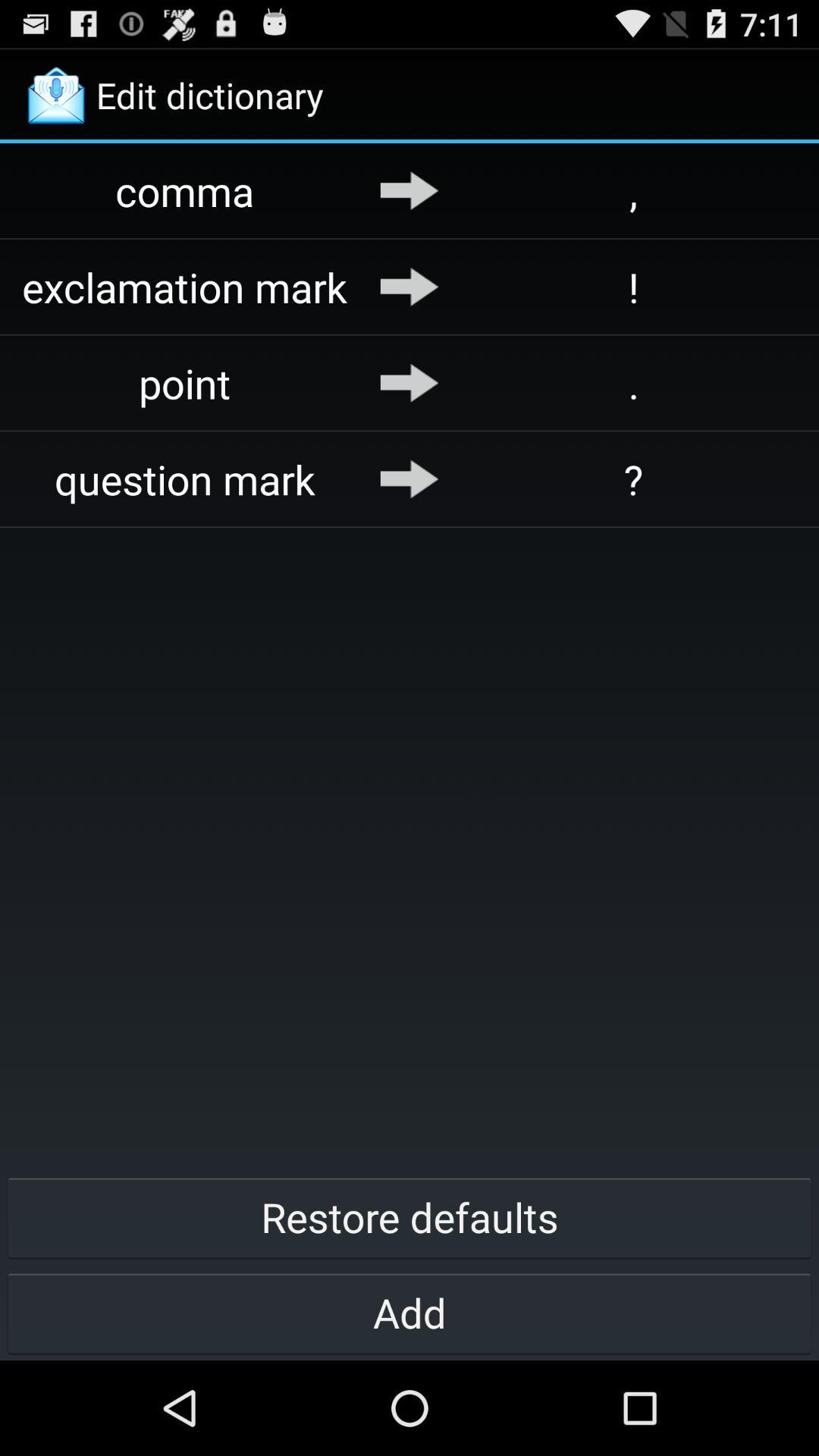 The width and height of the screenshot is (819, 1456). What do you see at coordinates (184, 287) in the screenshot?
I see `the icon below the comma icon` at bounding box center [184, 287].